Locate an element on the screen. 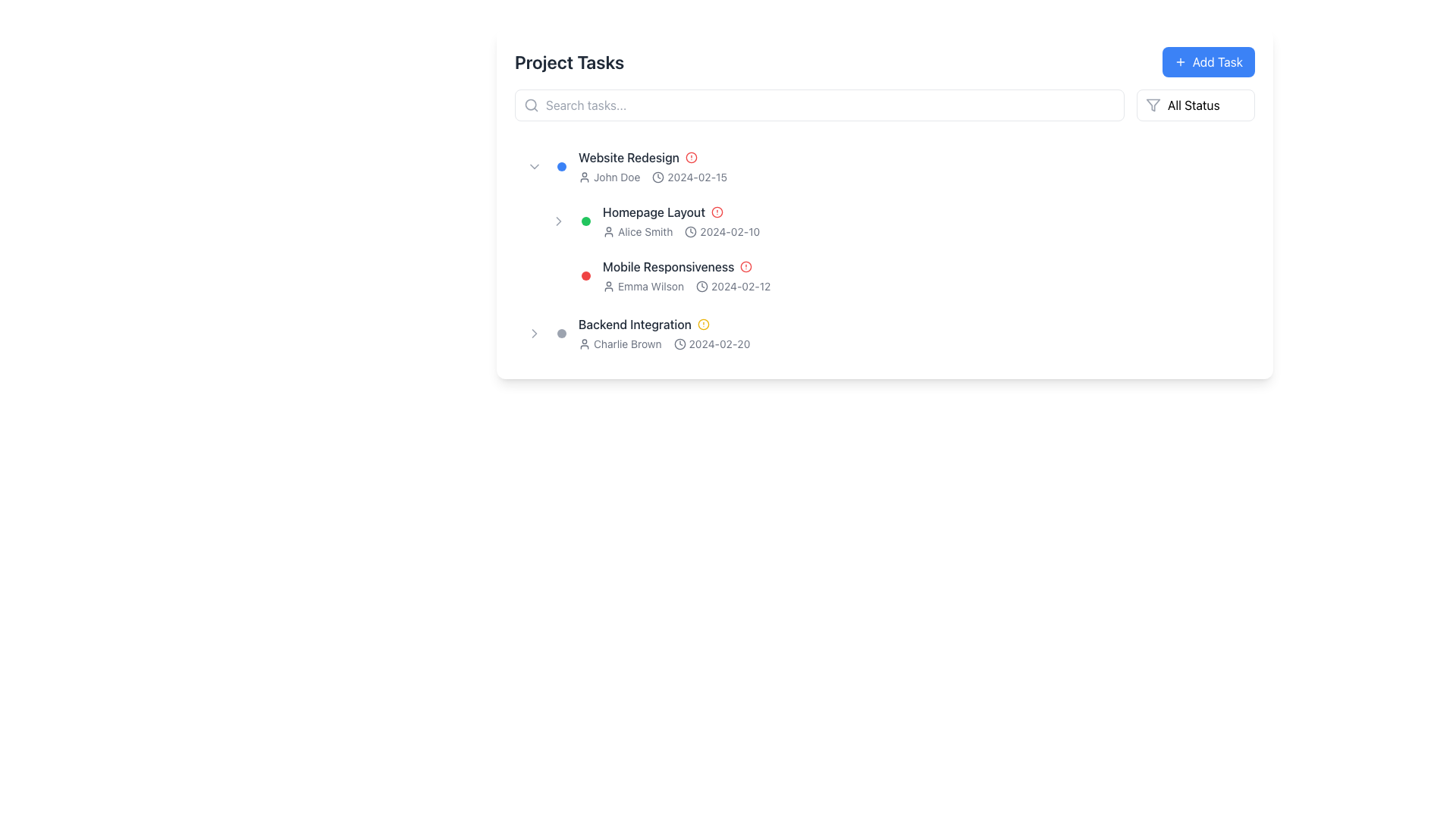  the details of the clock icon representing time, which is positioned immediately before the date '2024-02-15' in the task 'Website Redesign' is located at coordinates (658, 177).